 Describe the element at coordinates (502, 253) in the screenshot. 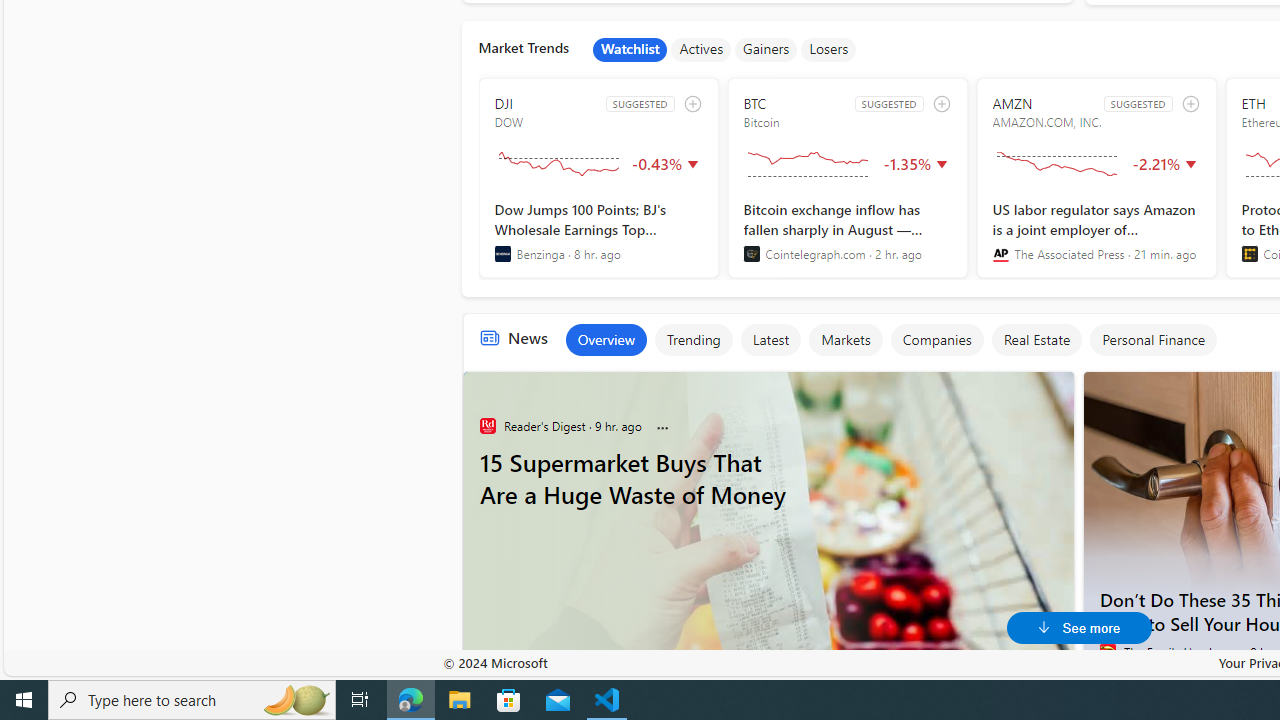

I see `'Benzinga'` at that location.